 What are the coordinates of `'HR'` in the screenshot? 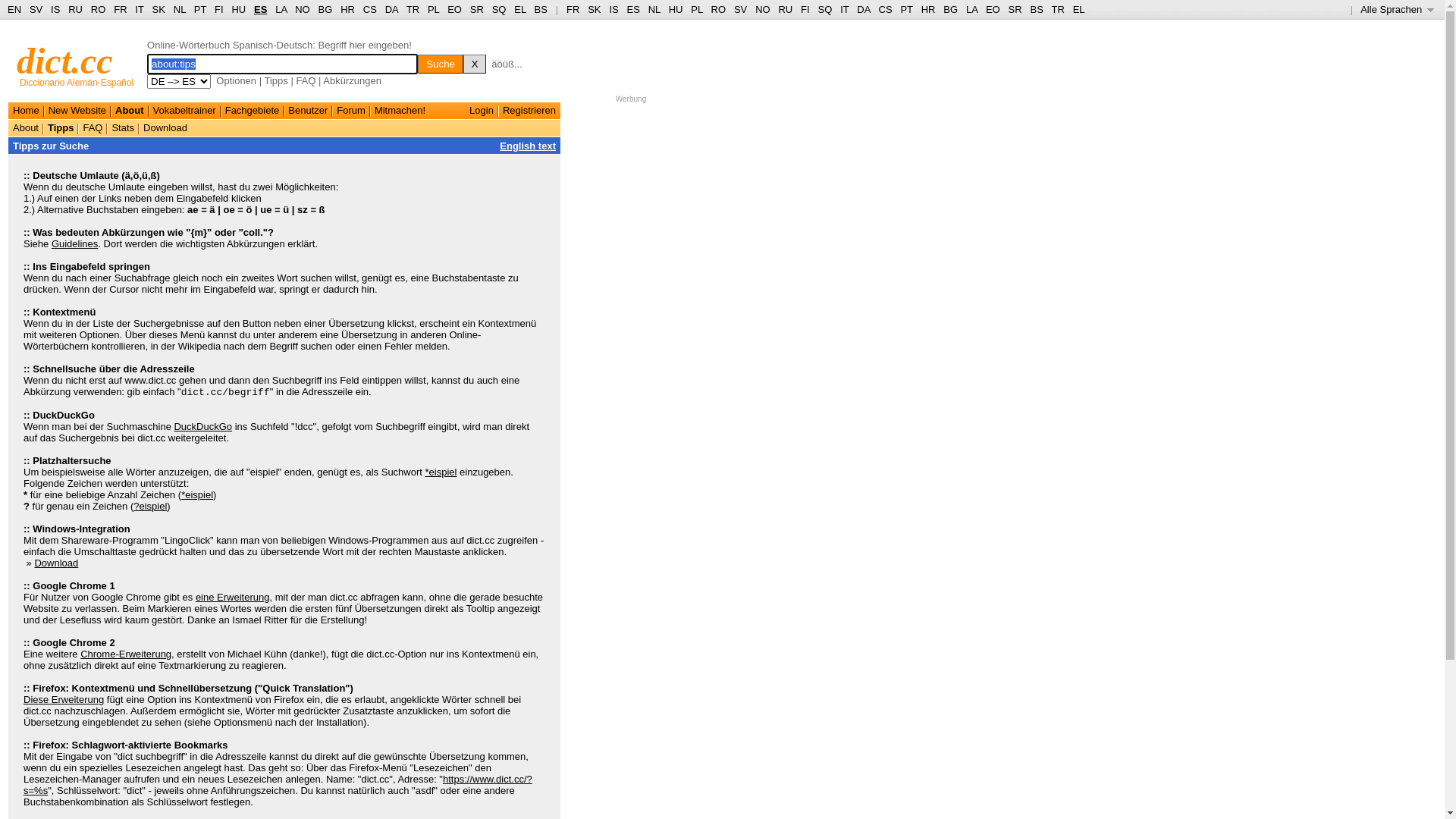 It's located at (340, 9).